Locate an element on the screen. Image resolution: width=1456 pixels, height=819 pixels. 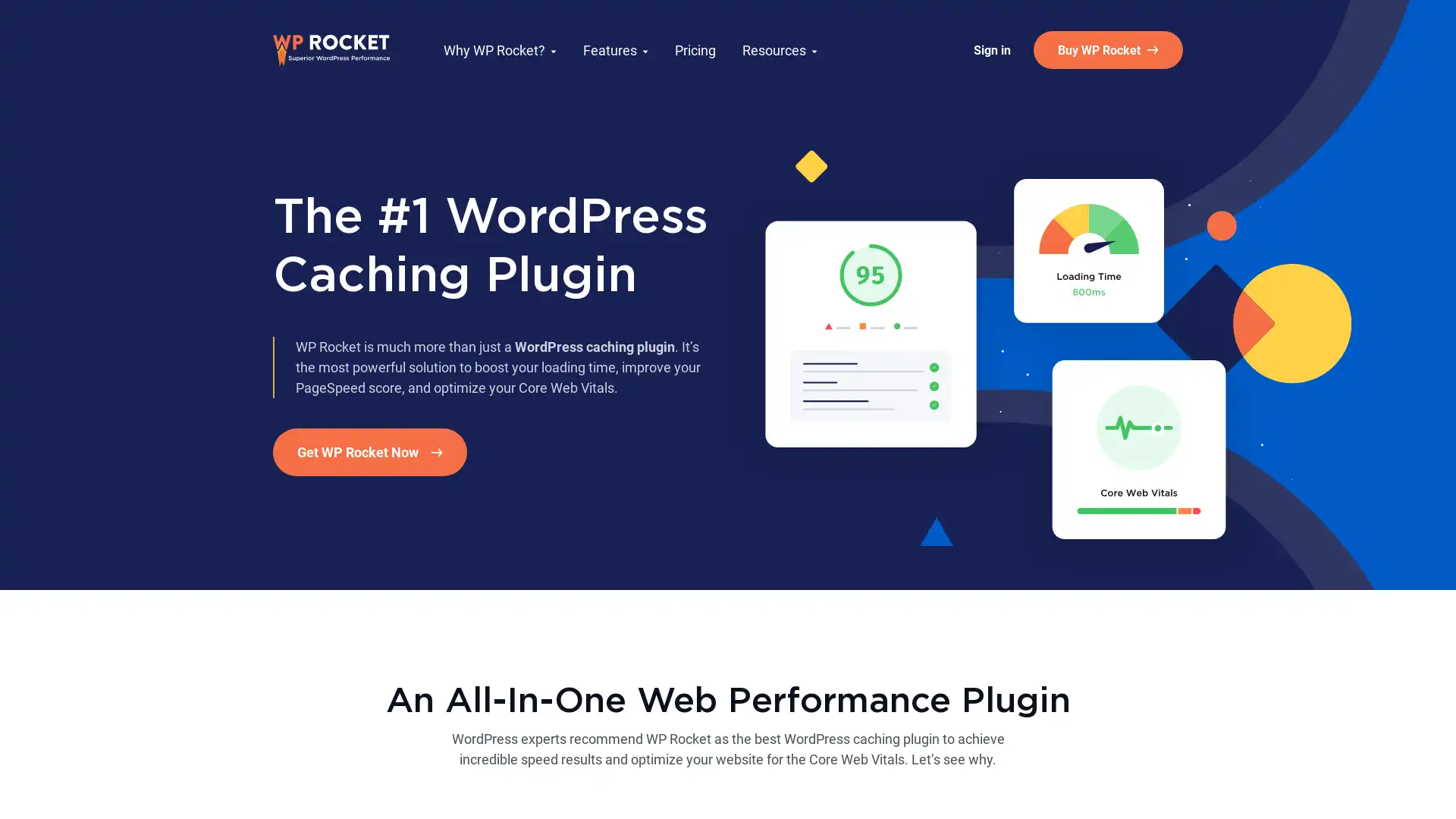
Why WP Rocket? is located at coordinates (500, 49).